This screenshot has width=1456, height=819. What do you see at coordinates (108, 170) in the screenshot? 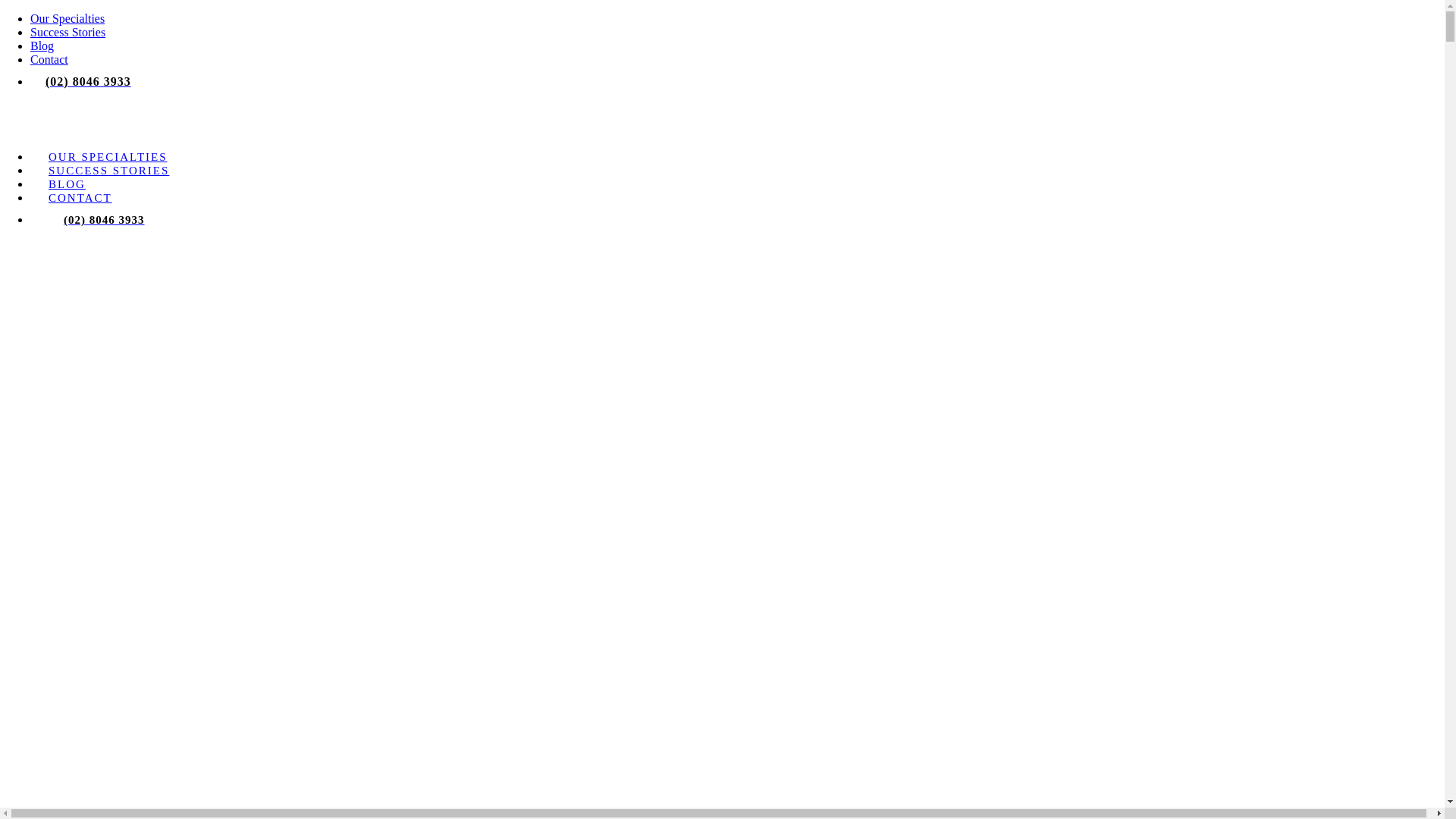
I see `'SUCCESS STORIES'` at bounding box center [108, 170].